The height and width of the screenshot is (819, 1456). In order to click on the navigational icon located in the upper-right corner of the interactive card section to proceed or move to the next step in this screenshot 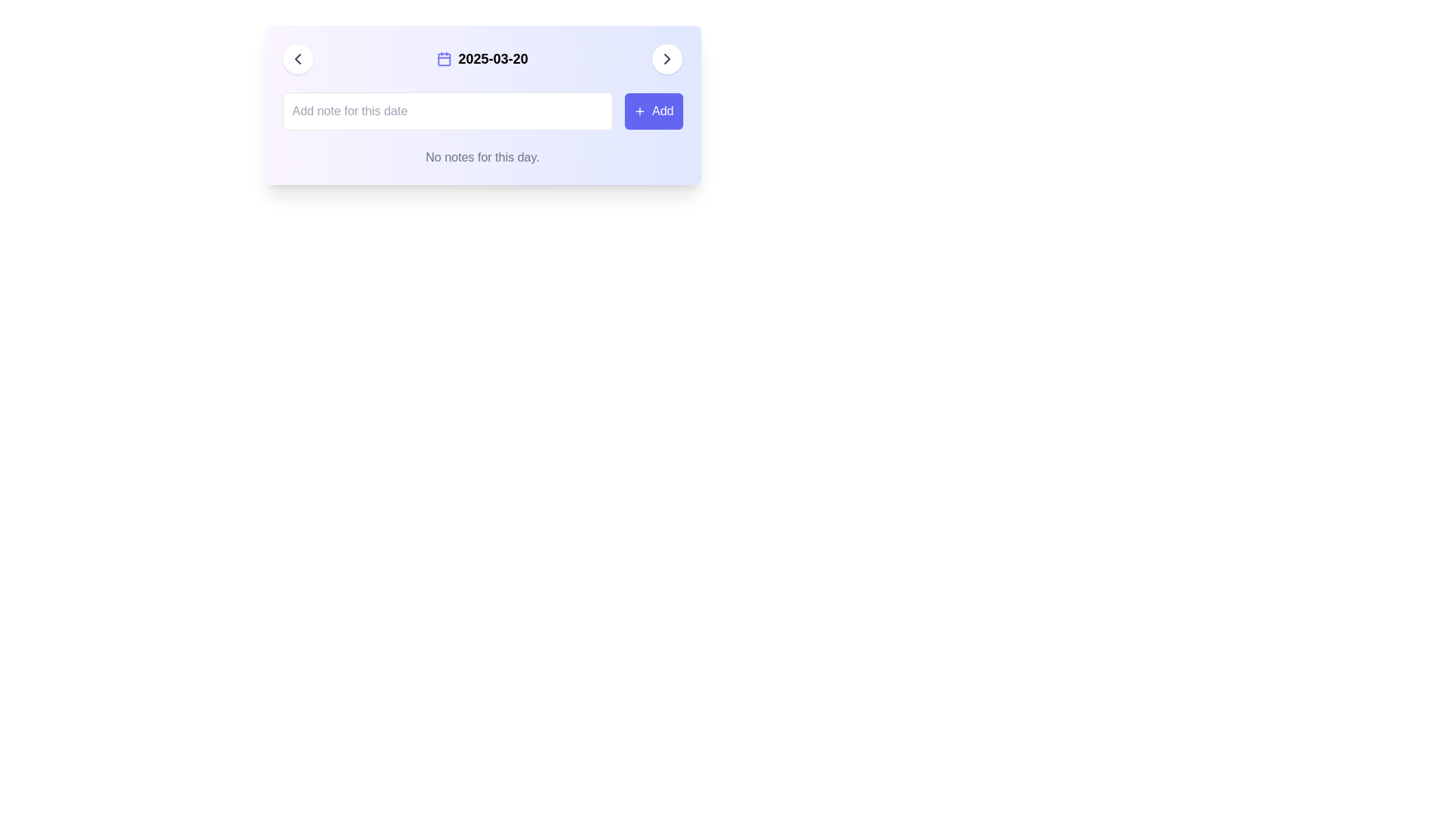, I will do `click(667, 58)`.